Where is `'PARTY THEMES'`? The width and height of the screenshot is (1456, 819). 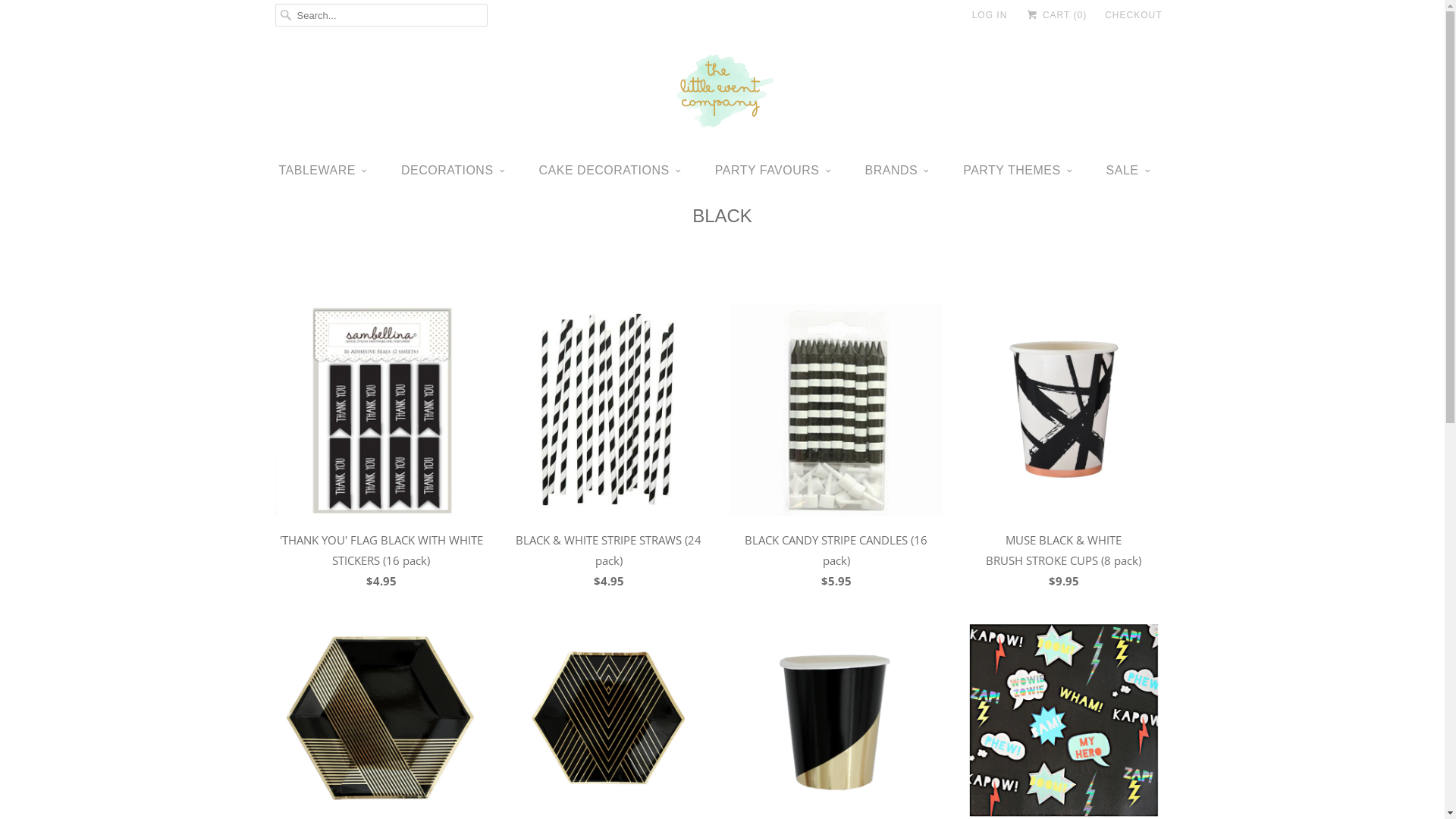
'PARTY THEMES' is located at coordinates (962, 171).